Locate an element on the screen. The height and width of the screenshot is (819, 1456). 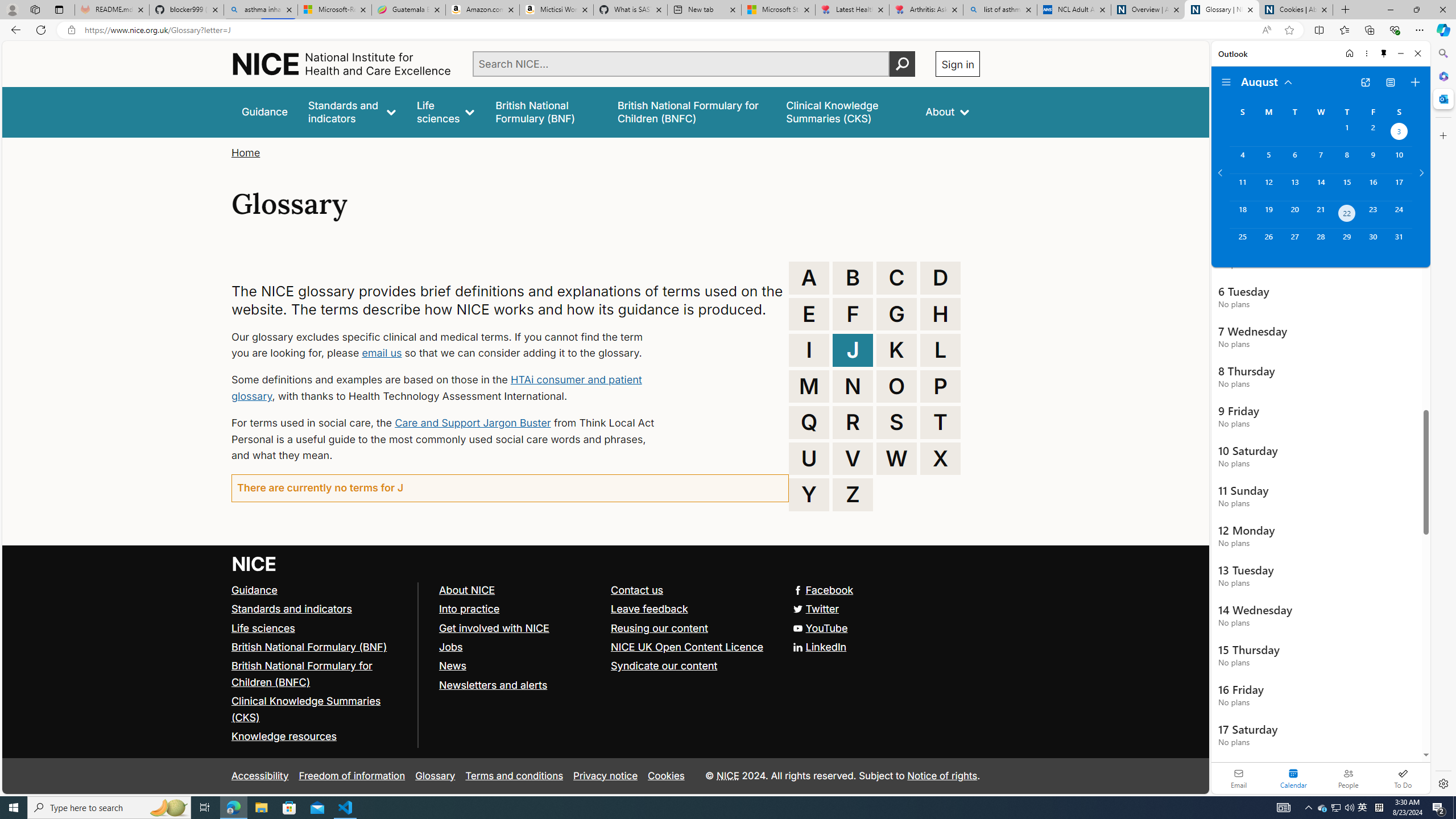
'U' is located at coordinates (809, 459).